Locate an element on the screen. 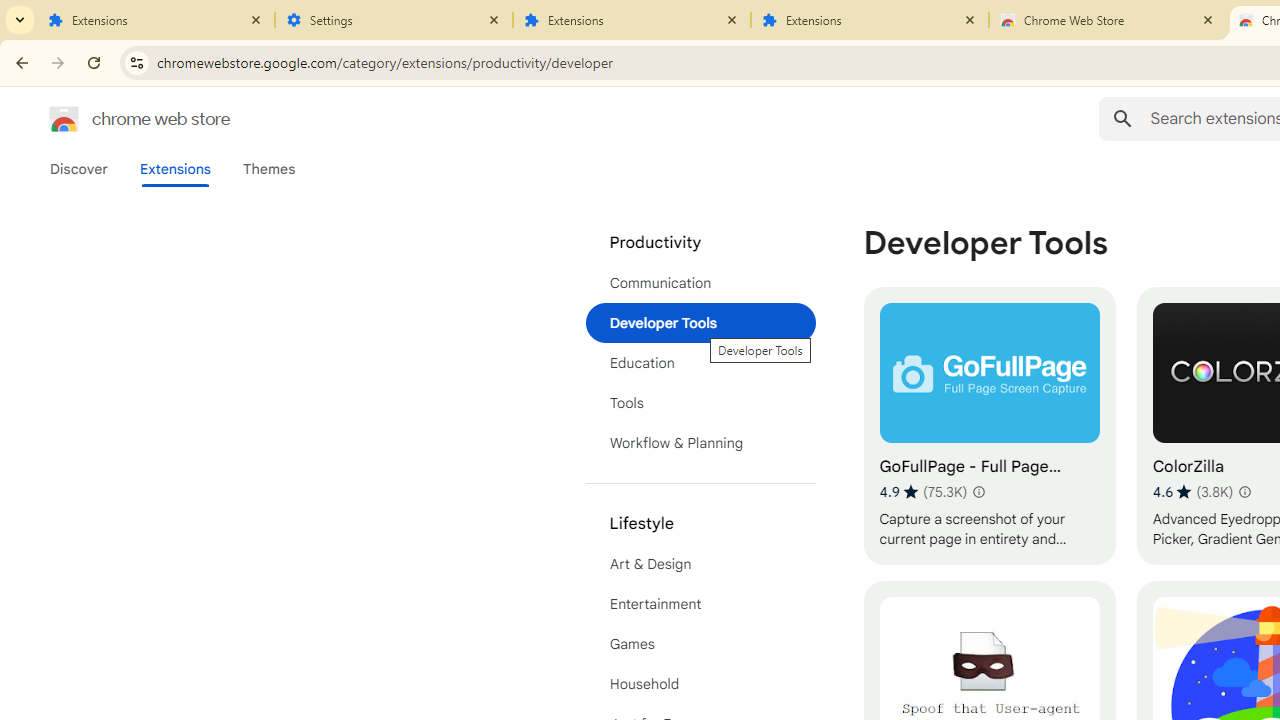 The width and height of the screenshot is (1280, 720). 'Learn more about results and reviews "ColorZilla"' is located at coordinates (1243, 492).